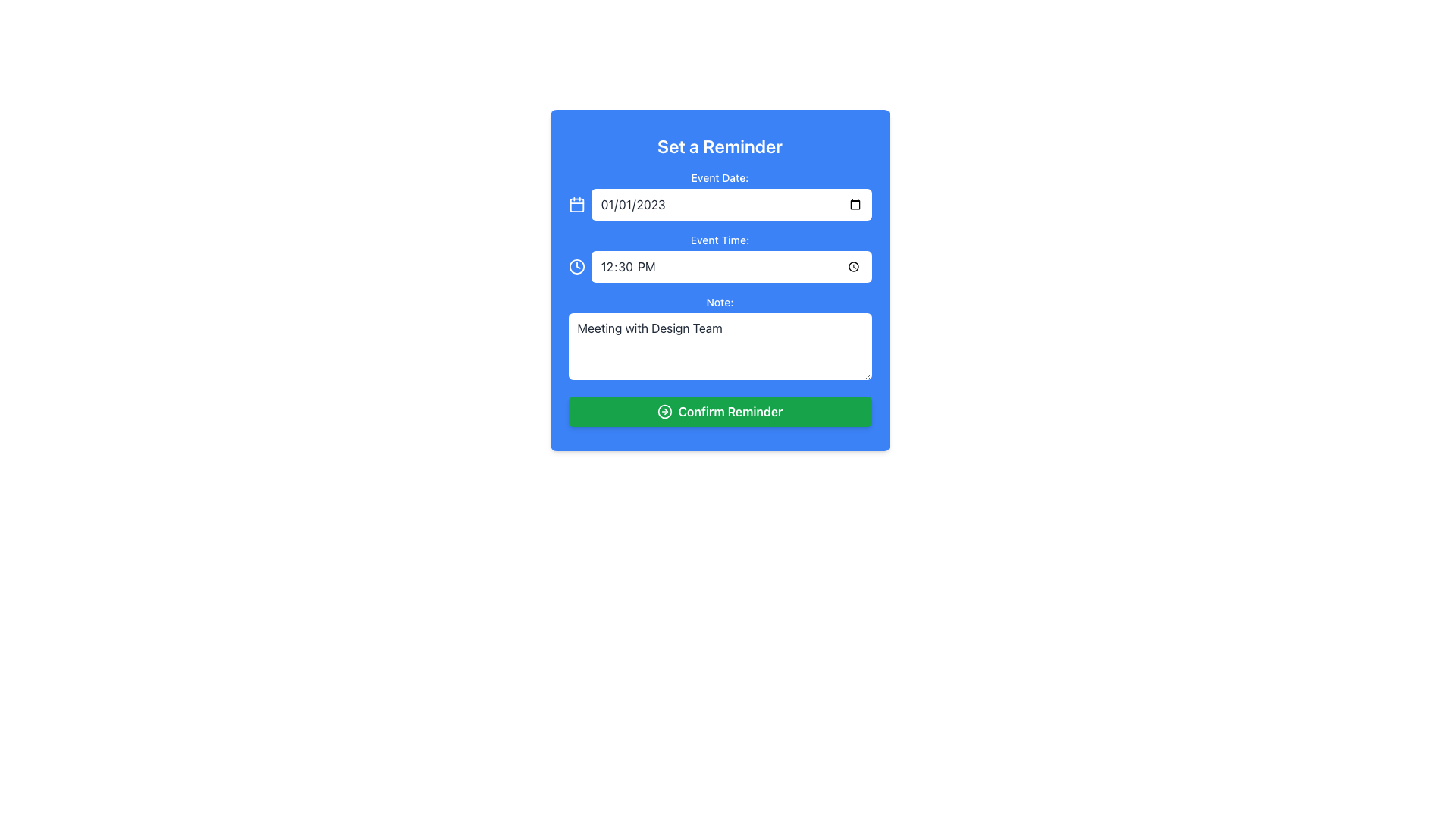 This screenshot has width=1456, height=819. I want to click on the static text label indicating the purpose of the time input field, located centrally between the 'Event Date' label and the time input field, so click(719, 239).